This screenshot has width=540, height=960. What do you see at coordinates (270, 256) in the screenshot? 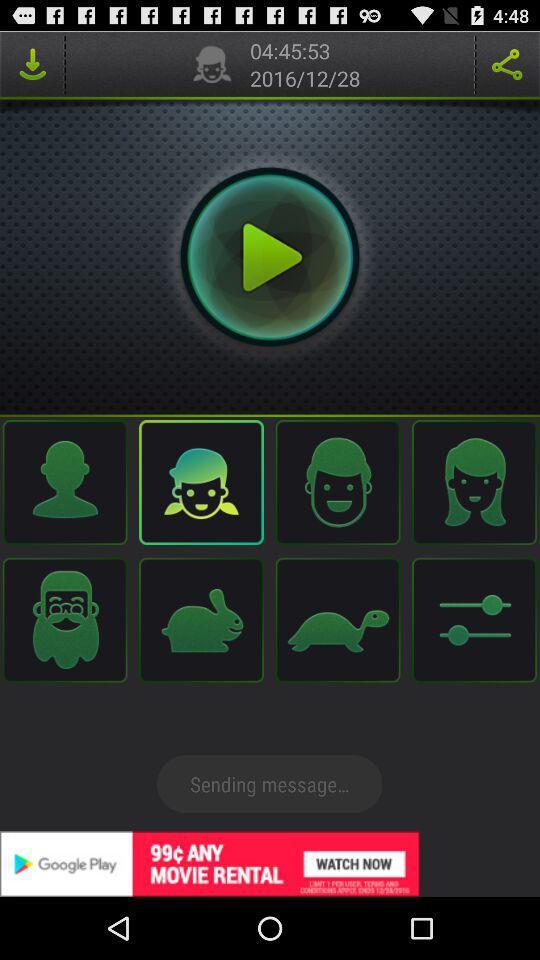
I see `play option` at bounding box center [270, 256].